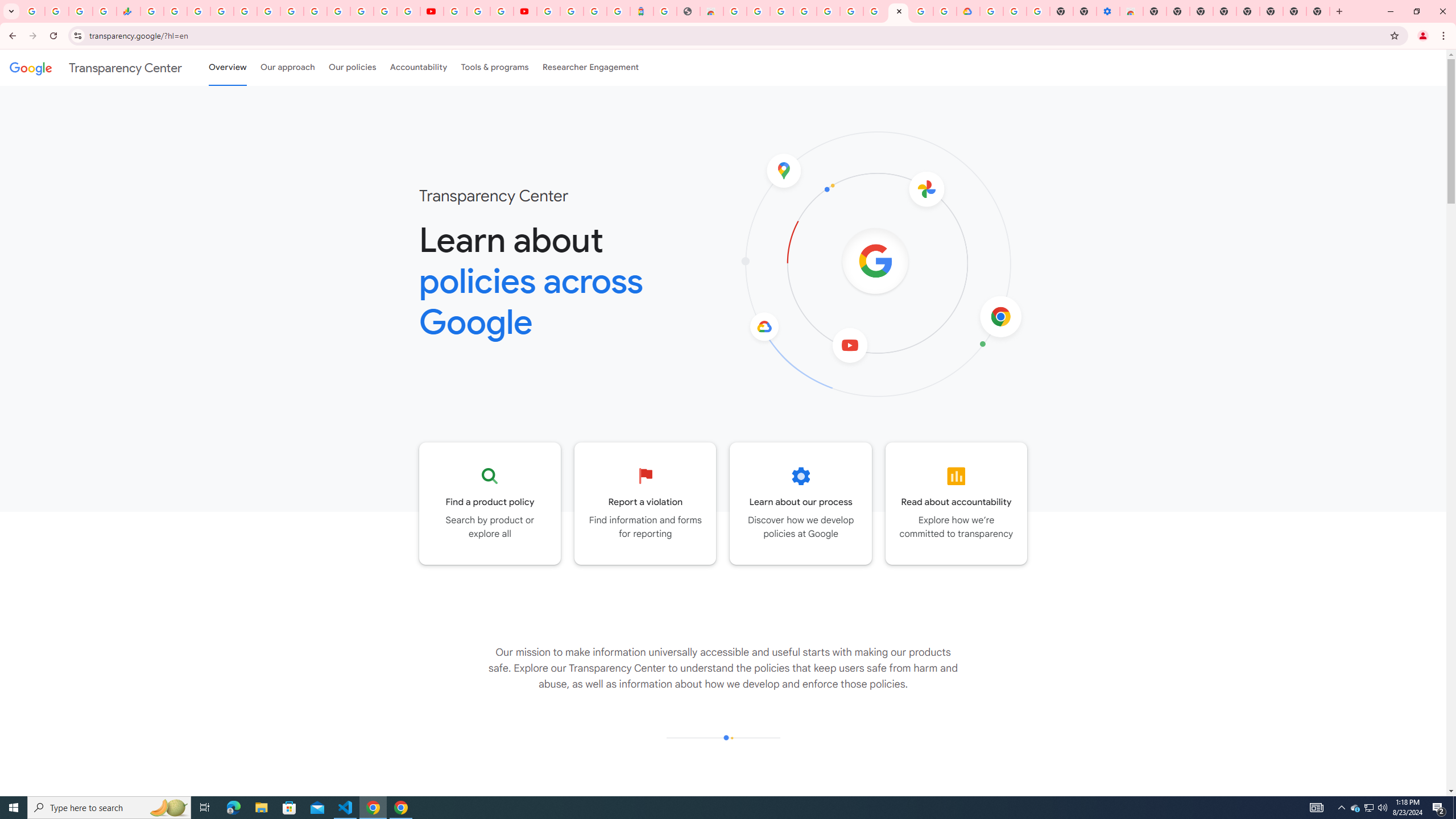  Describe the element at coordinates (32, 11) in the screenshot. I see `'Google Workspace Admin Community'` at that location.